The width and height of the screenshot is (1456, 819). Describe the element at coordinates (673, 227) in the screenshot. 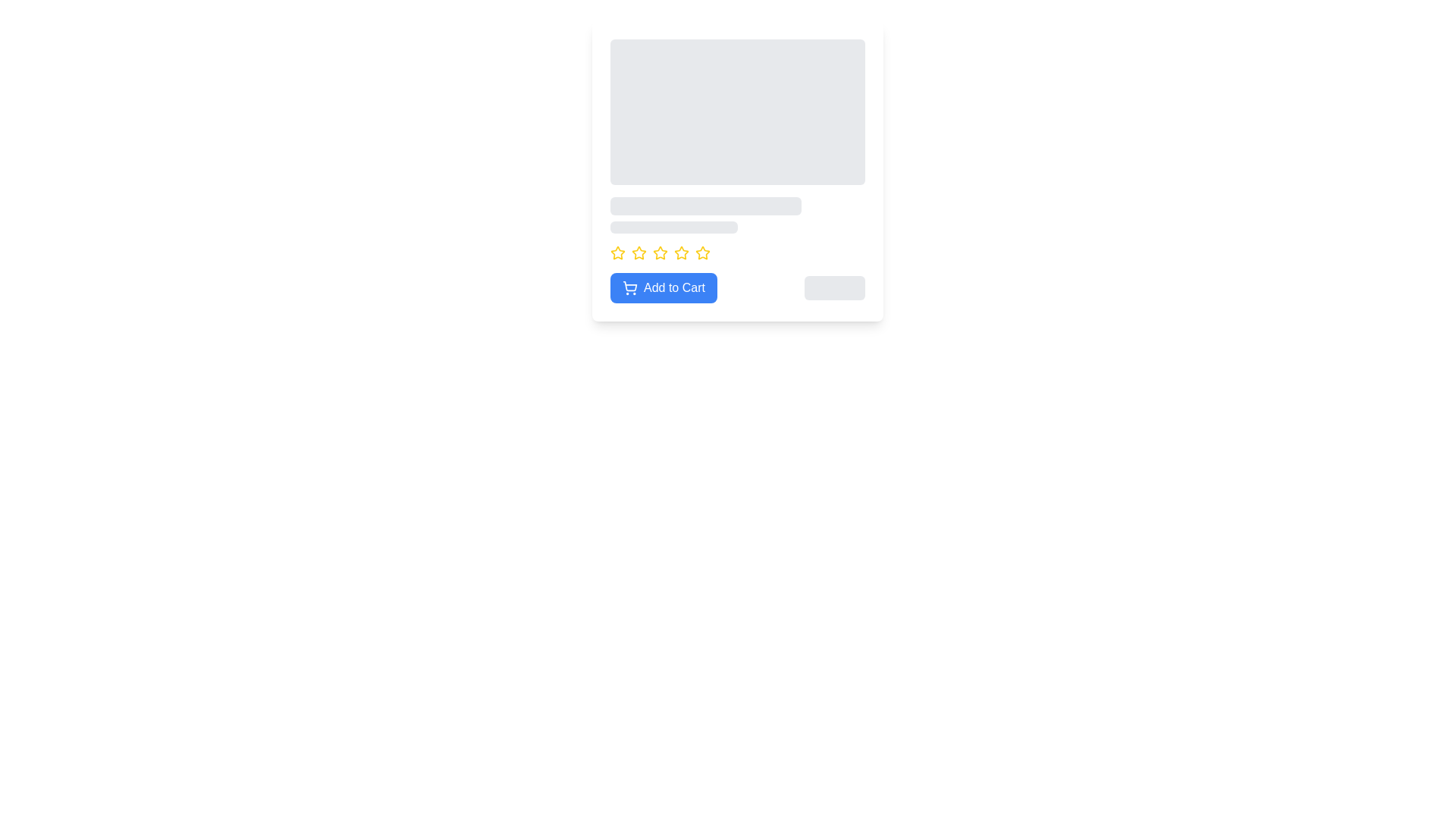

I see `the second placeholder component, which is styled with a light gray background and rounded edges, located directly below a larger placeholder and above a row of yellow star icons` at that location.